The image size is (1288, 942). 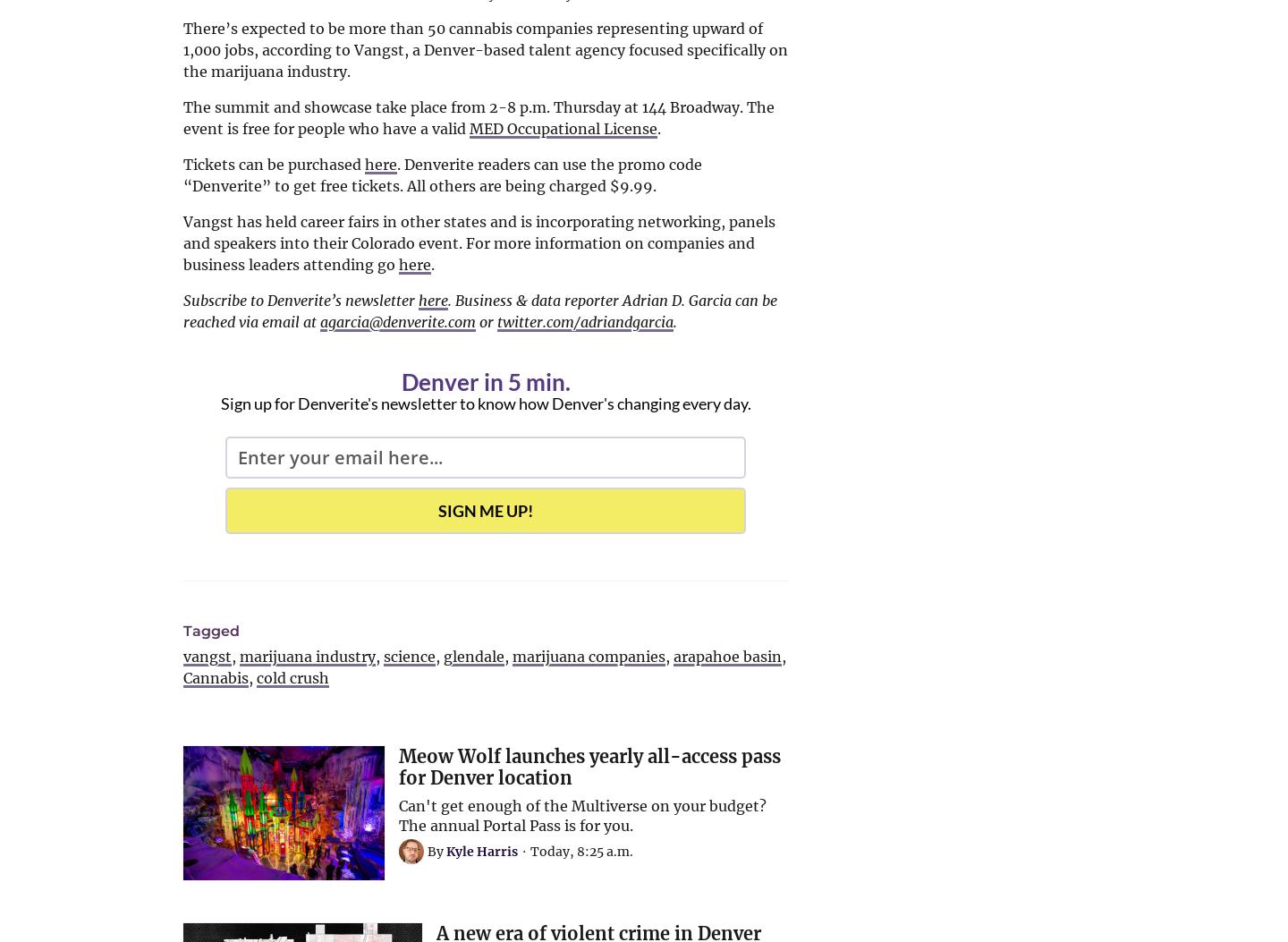 What do you see at coordinates (207, 656) in the screenshot?
I see `'vangst'` at bounding box center [207, 656].